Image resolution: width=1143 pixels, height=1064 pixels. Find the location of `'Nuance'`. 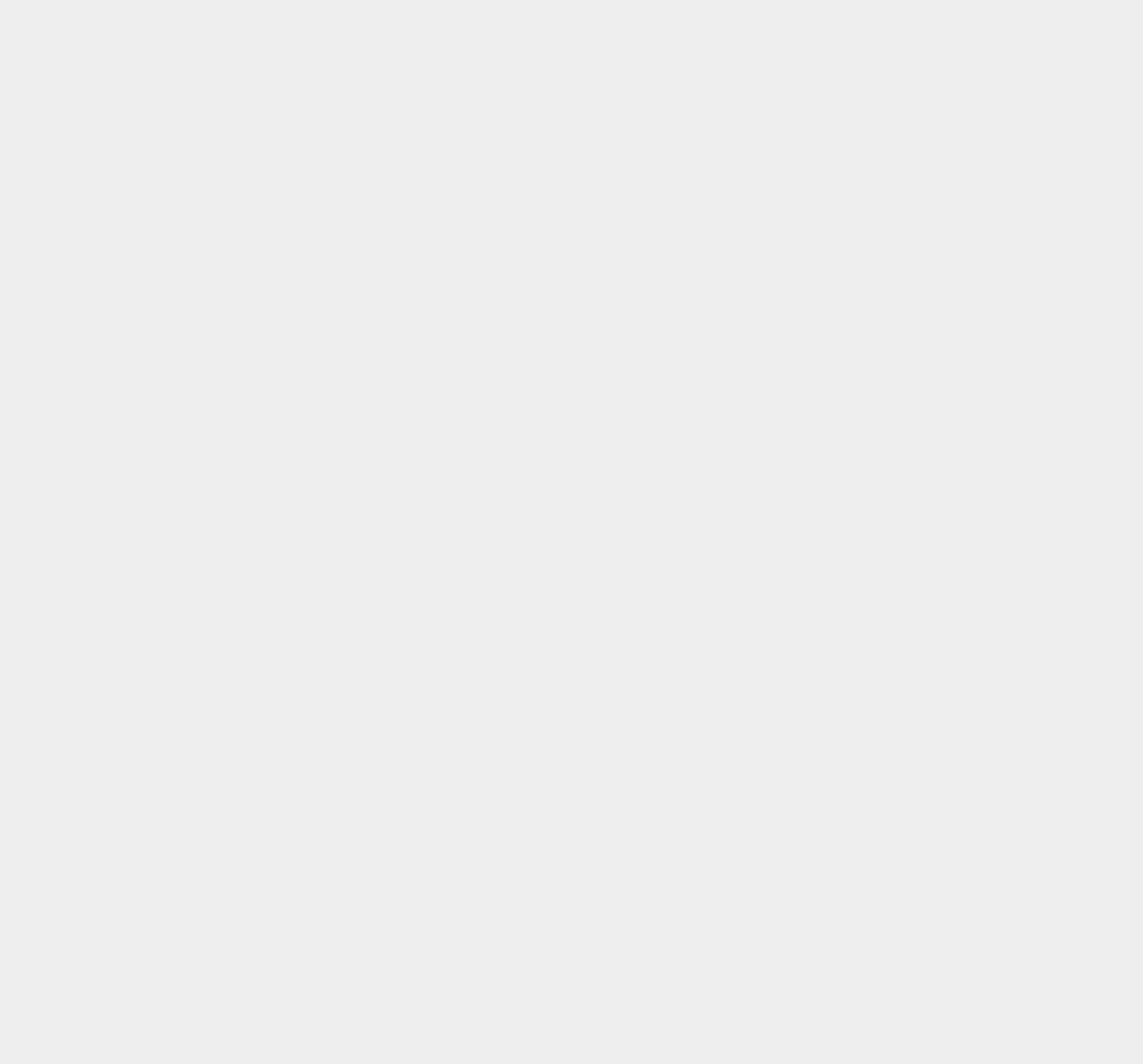

'Nuance' is located at coordinates (830, 481).